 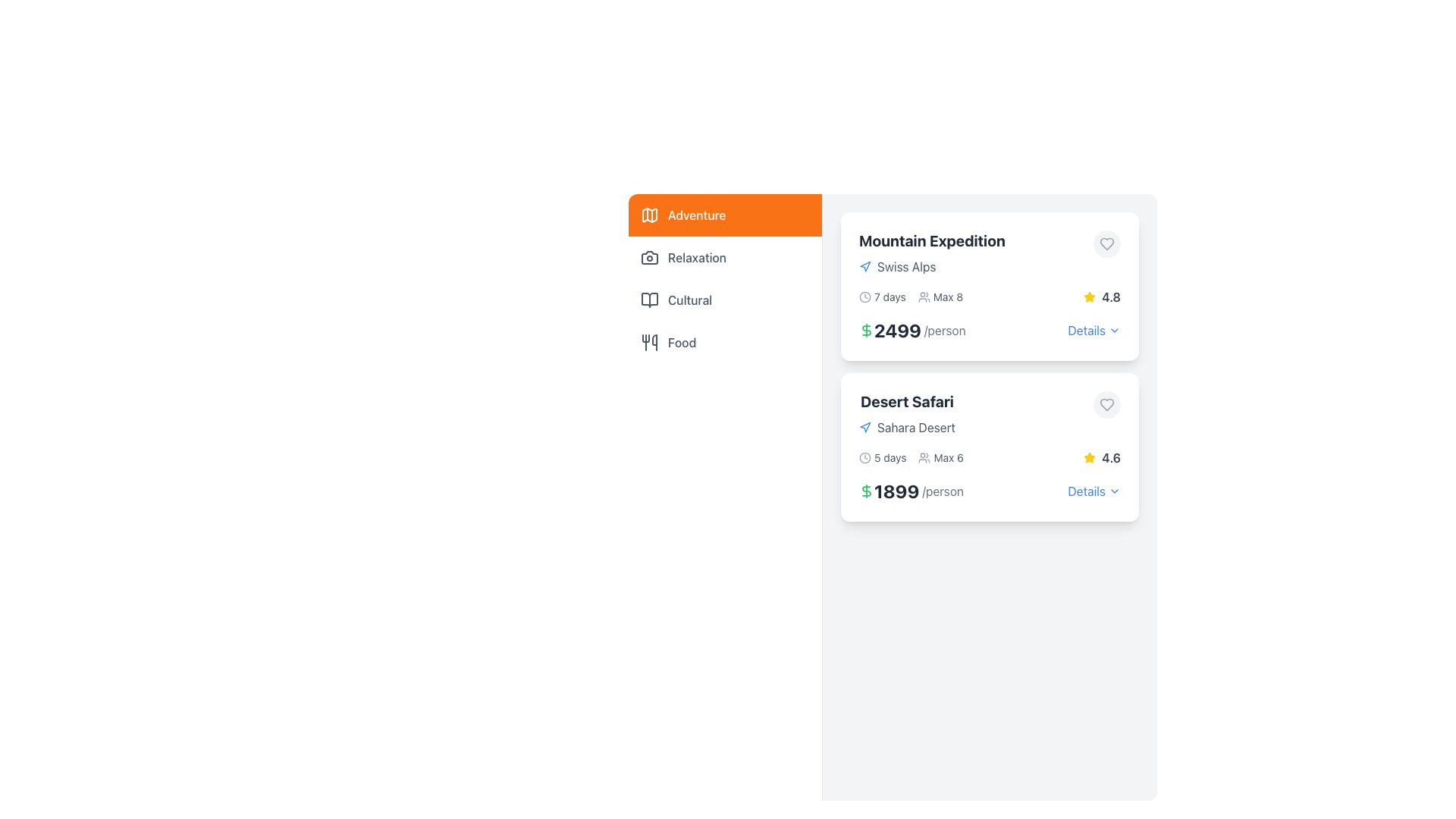 I want to click on the 'Details' text button with a blue style and a downward-pointing arrow, located at the bottom-right of the 'Desert Safari' card, which has a price of '$1899 /person' and a rating of 4.6, so click(x=1094, y=491).